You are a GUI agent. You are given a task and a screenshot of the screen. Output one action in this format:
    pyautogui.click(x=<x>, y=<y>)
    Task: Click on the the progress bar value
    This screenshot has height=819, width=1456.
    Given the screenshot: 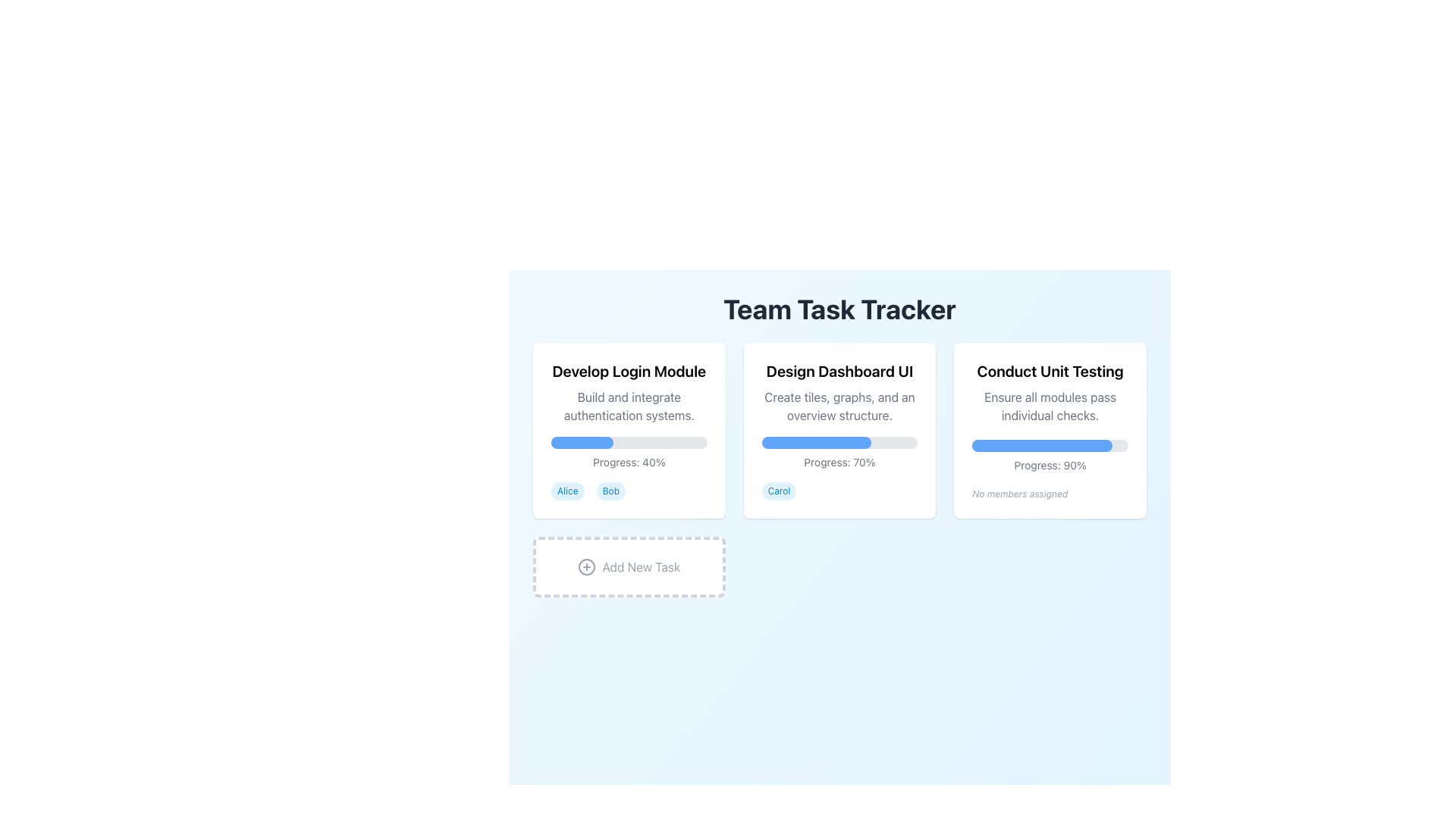 What is the action you would take?
    pyautogui.click(x=578, y=442)
    